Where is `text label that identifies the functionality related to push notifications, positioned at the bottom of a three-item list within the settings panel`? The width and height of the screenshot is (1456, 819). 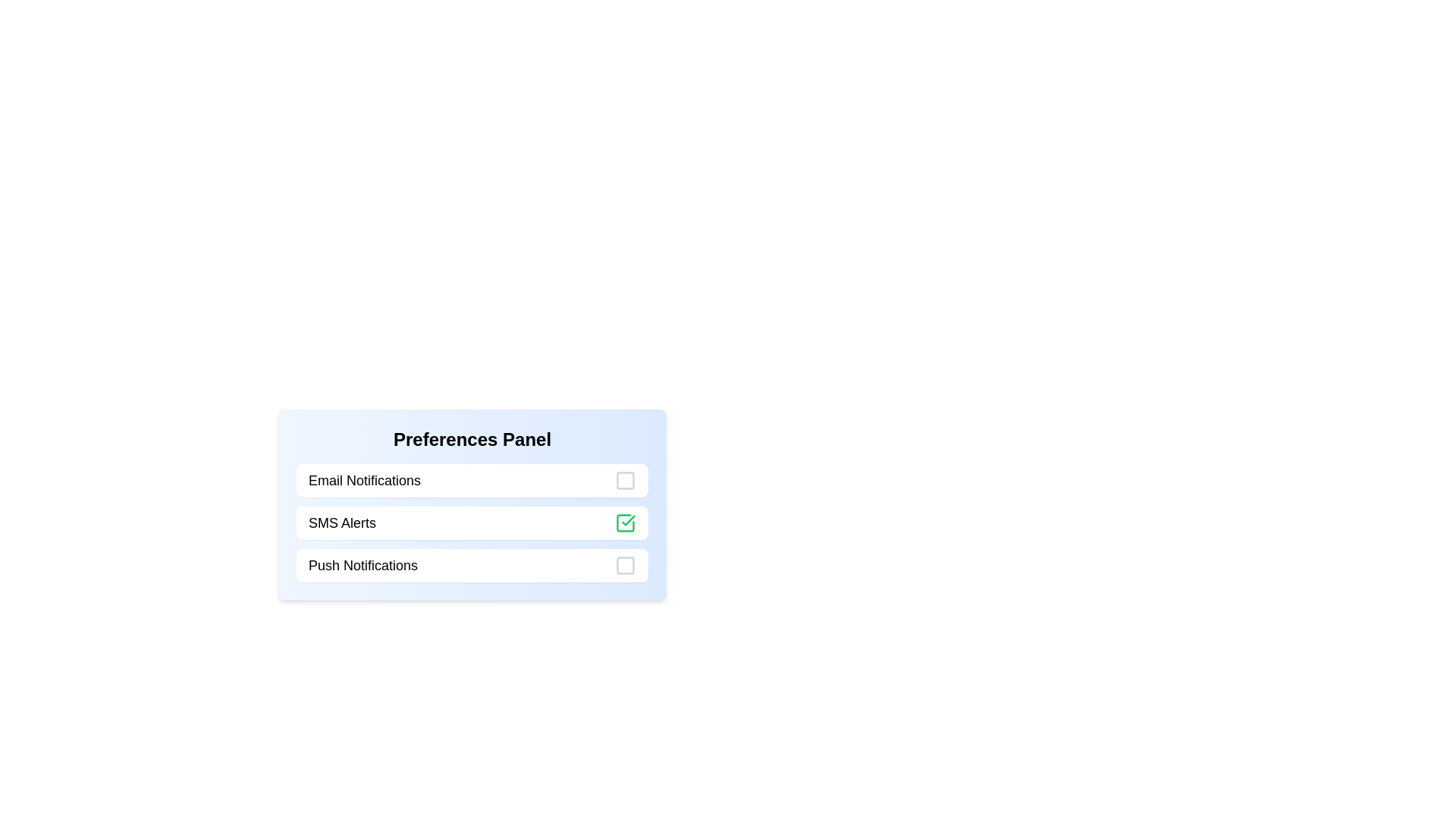 text label that identifies the functionality related to push notifications, positioned at the bottom of a three-item list within the settings panel is located at coordinates (362, 565).